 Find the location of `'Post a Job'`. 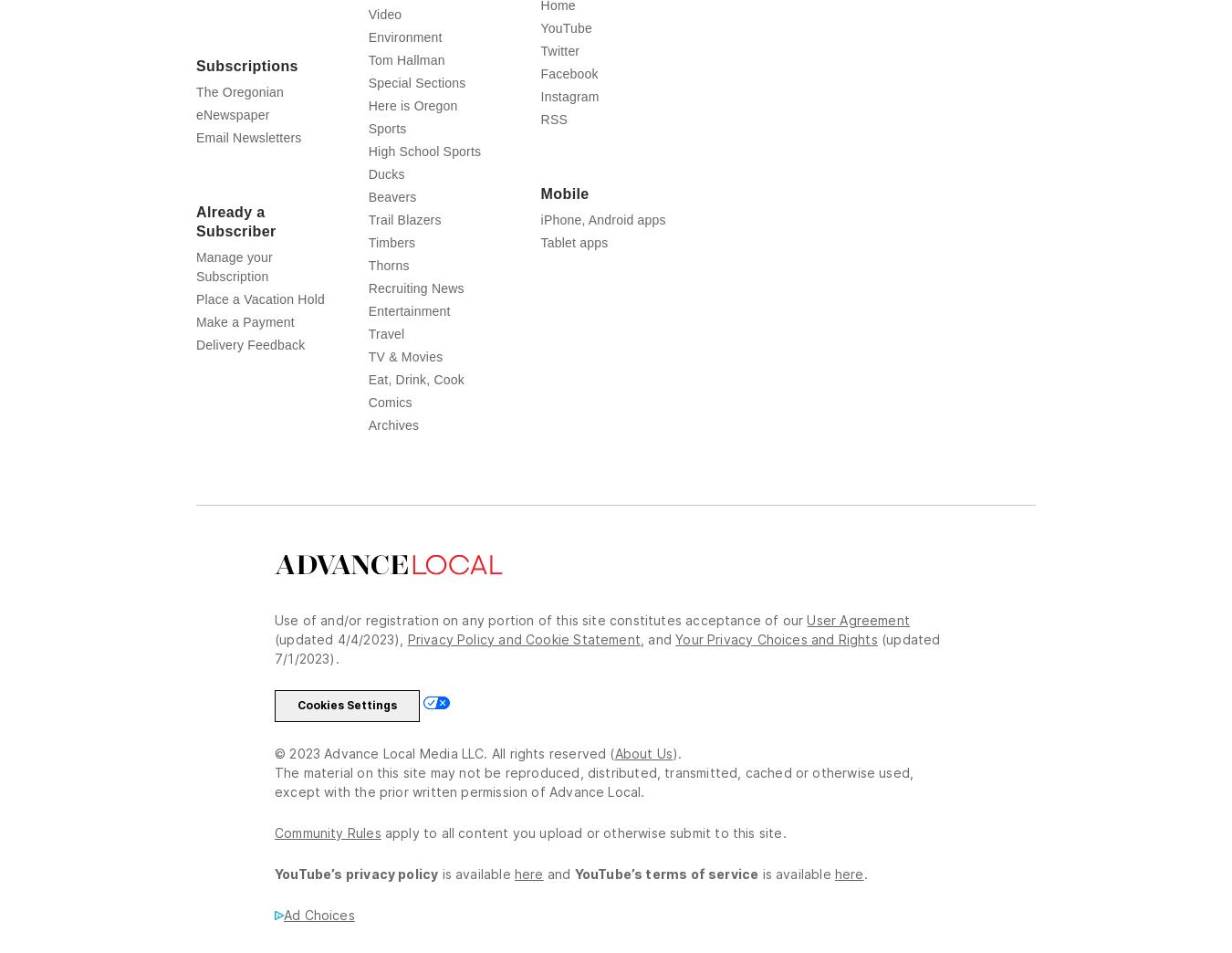

'Post a Job' is located at coordinates (743, 26).